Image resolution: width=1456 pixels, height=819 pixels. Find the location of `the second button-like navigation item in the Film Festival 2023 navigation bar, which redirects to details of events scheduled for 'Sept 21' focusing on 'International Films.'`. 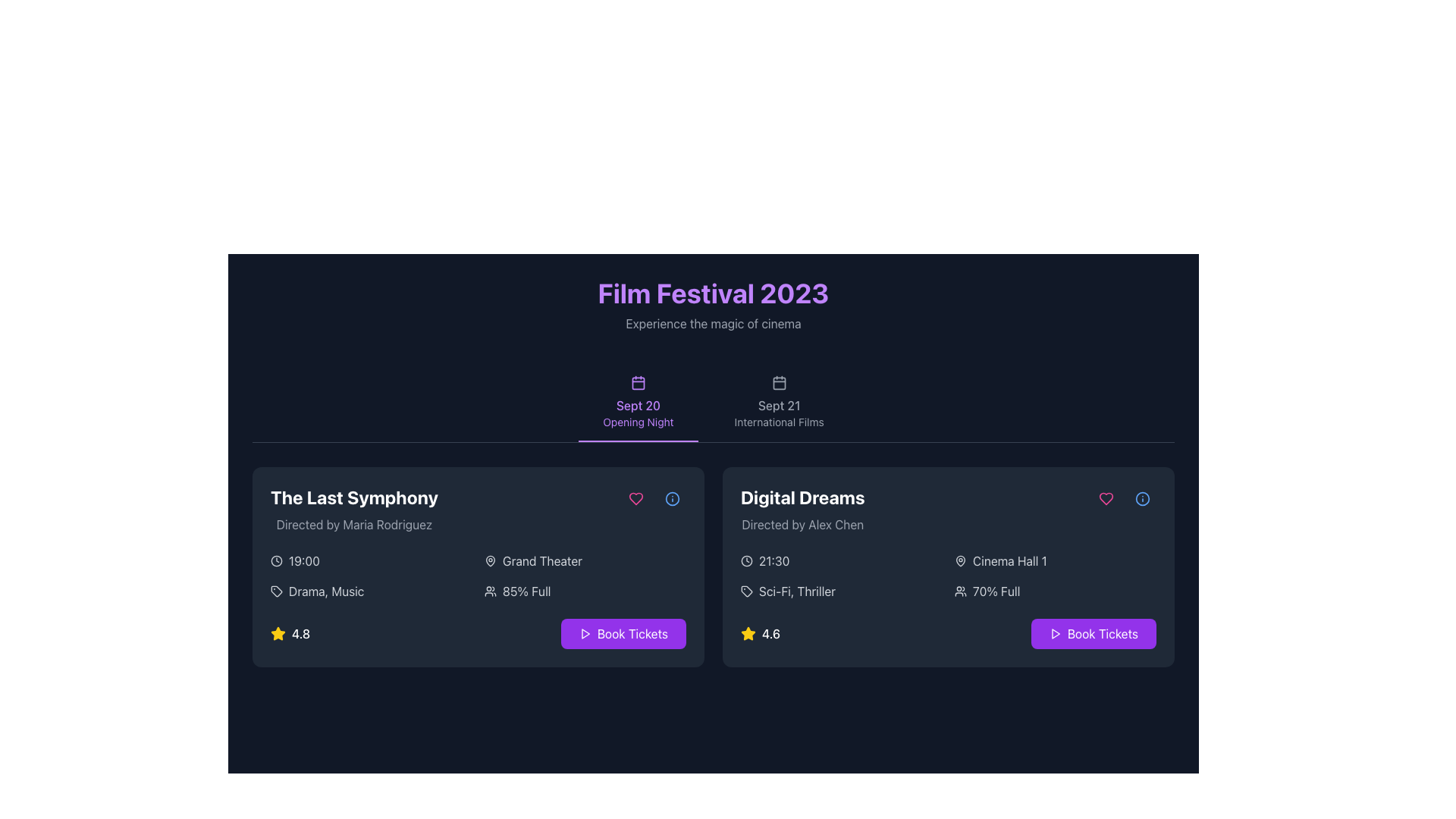

the second button-like navigation item in the Film Festival 2023 navigation bar, which redirects to details of events scheduled for 'Sept 21' focusing on 'International Films.' is located at coordinates (779, 402).